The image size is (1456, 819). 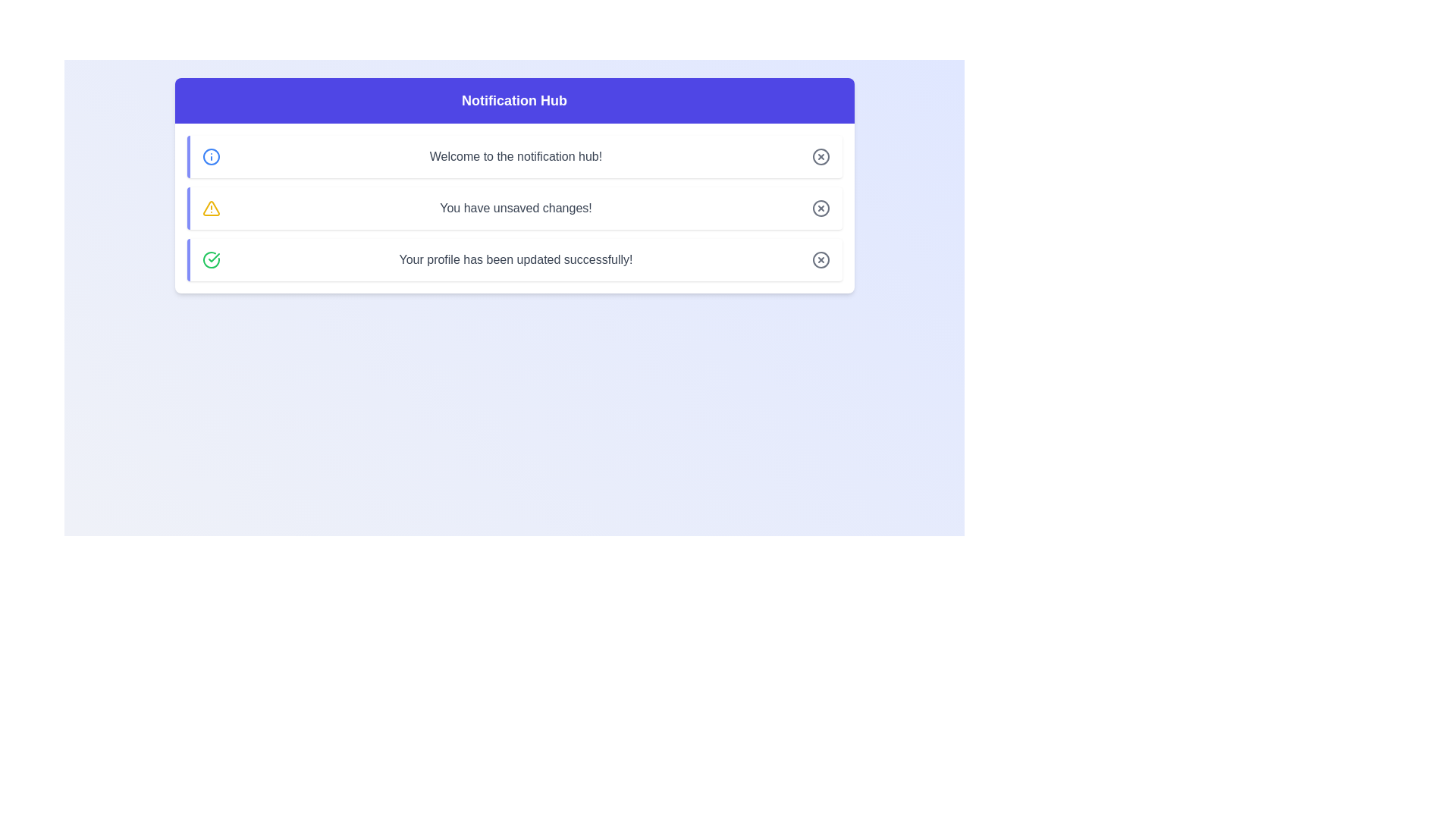 I want to click on the static text notification that says 'You have unsaved changes!' which is styled in gray and positioned centrally within the notification layout, so click(x=516, y=208).